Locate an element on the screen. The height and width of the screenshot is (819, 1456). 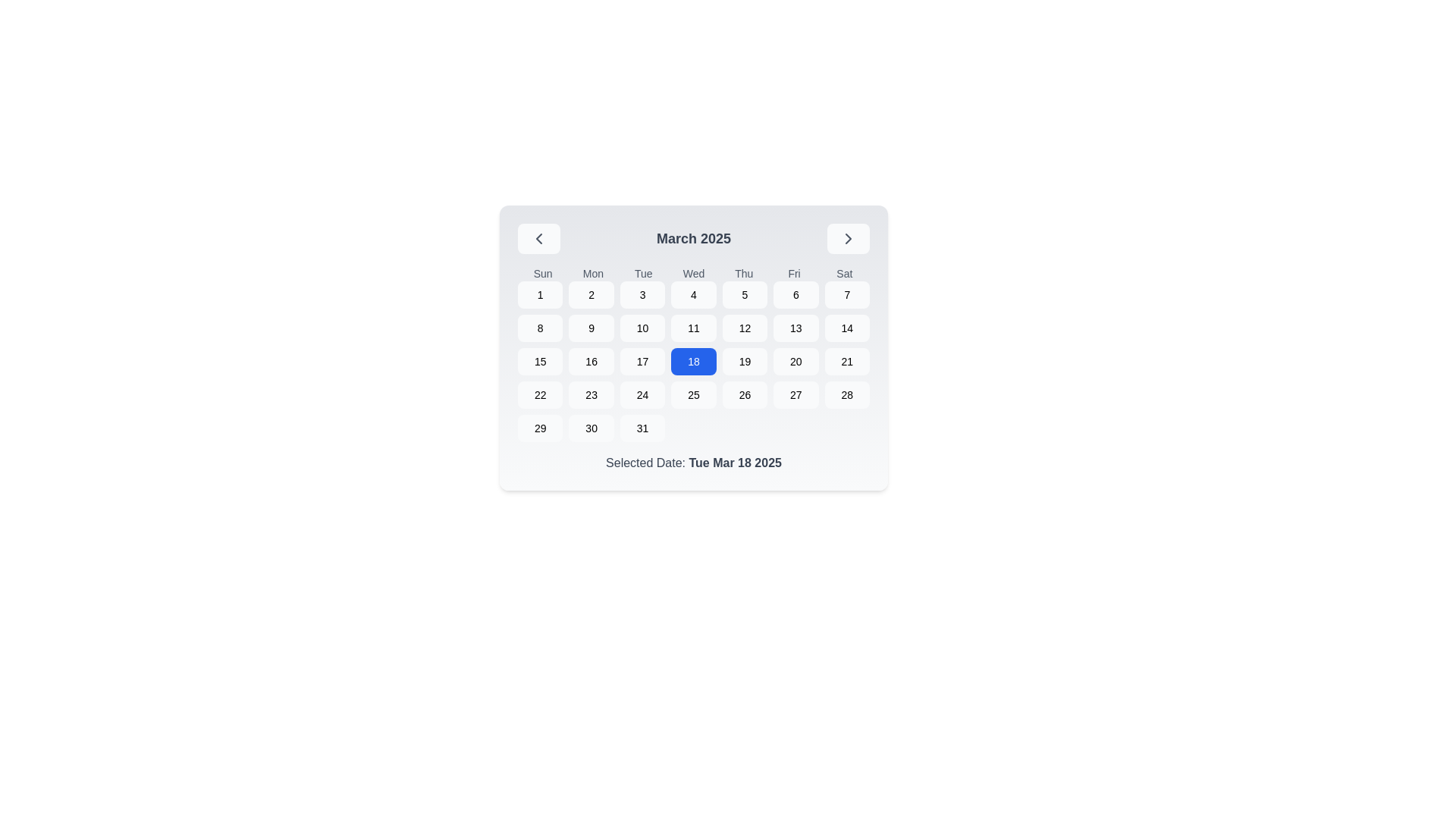
the navigation button located to the left of 'March 2025' to trigger the visual hover state is located at coordinates (538, 239).